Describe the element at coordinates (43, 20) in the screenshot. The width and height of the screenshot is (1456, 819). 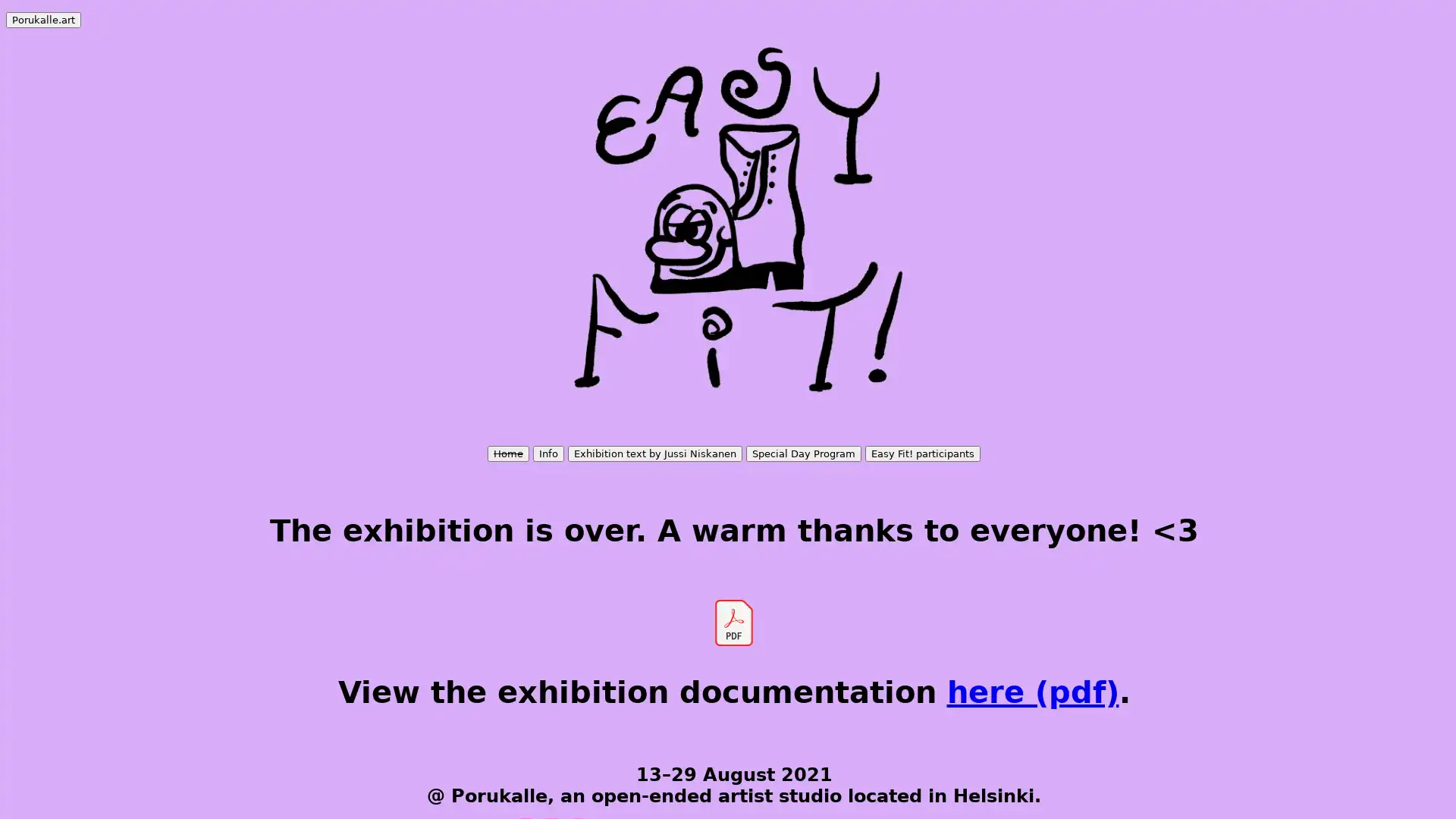
I see `Porukalle.art` at that location.